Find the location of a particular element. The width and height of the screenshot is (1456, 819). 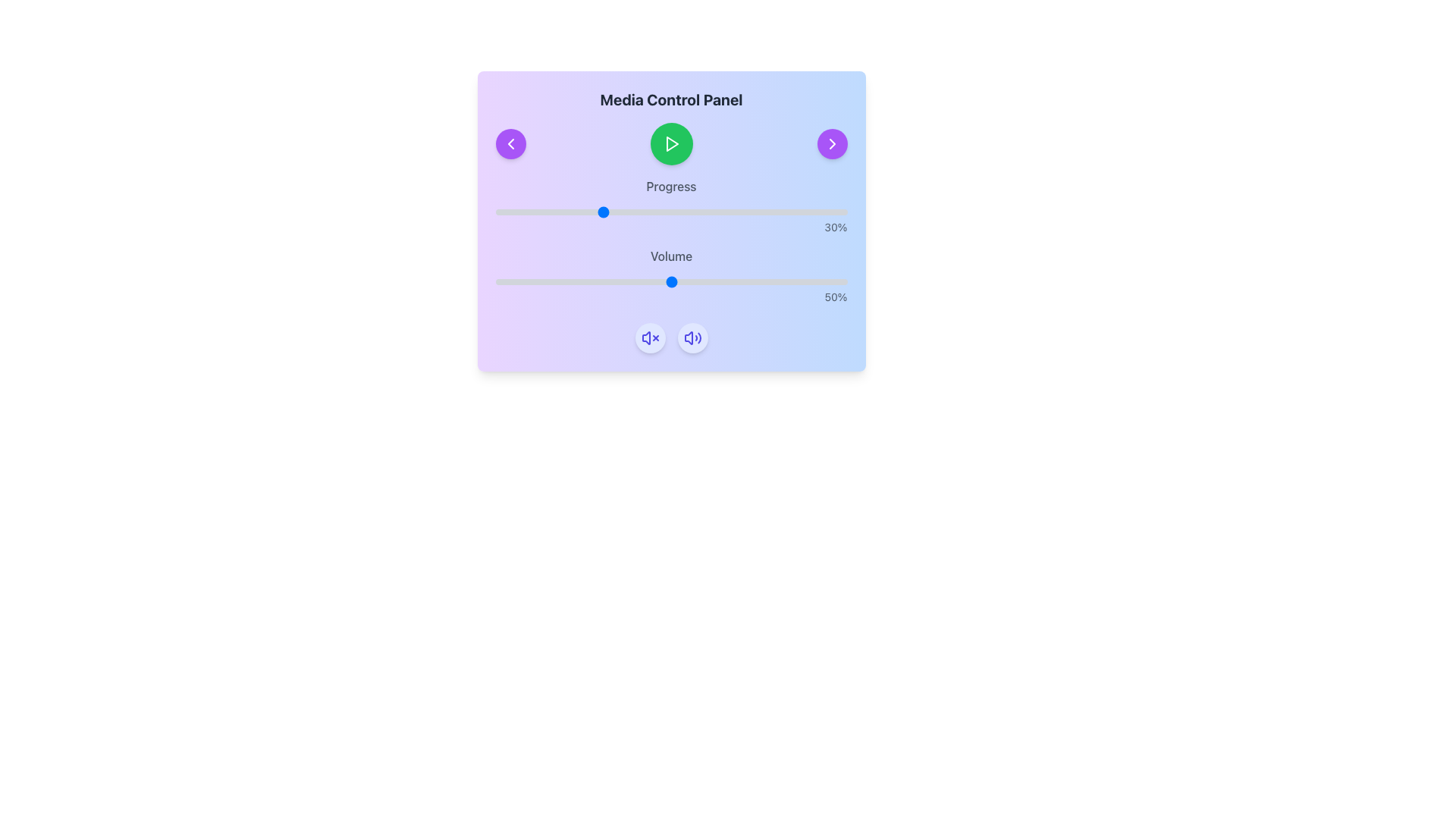

the mute symbol element, which is part of the sound control icon in the bottom center of the media control panel is located at coordinates (645, 337).